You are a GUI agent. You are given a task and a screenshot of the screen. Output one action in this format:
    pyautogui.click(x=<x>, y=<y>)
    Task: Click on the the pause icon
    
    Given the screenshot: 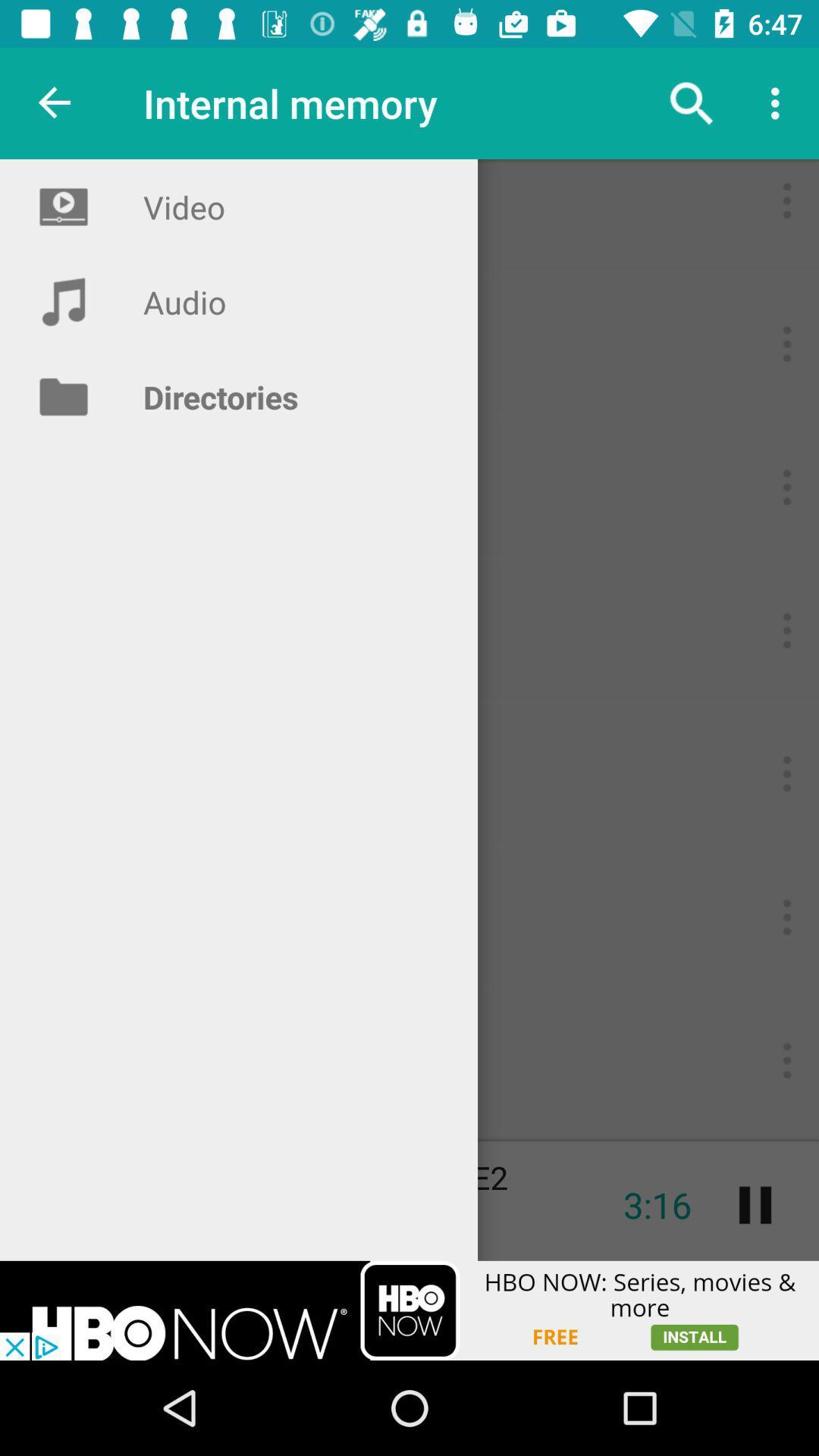 What is the action you would take?
    pyautogui.click(x=755, y=1204)
    